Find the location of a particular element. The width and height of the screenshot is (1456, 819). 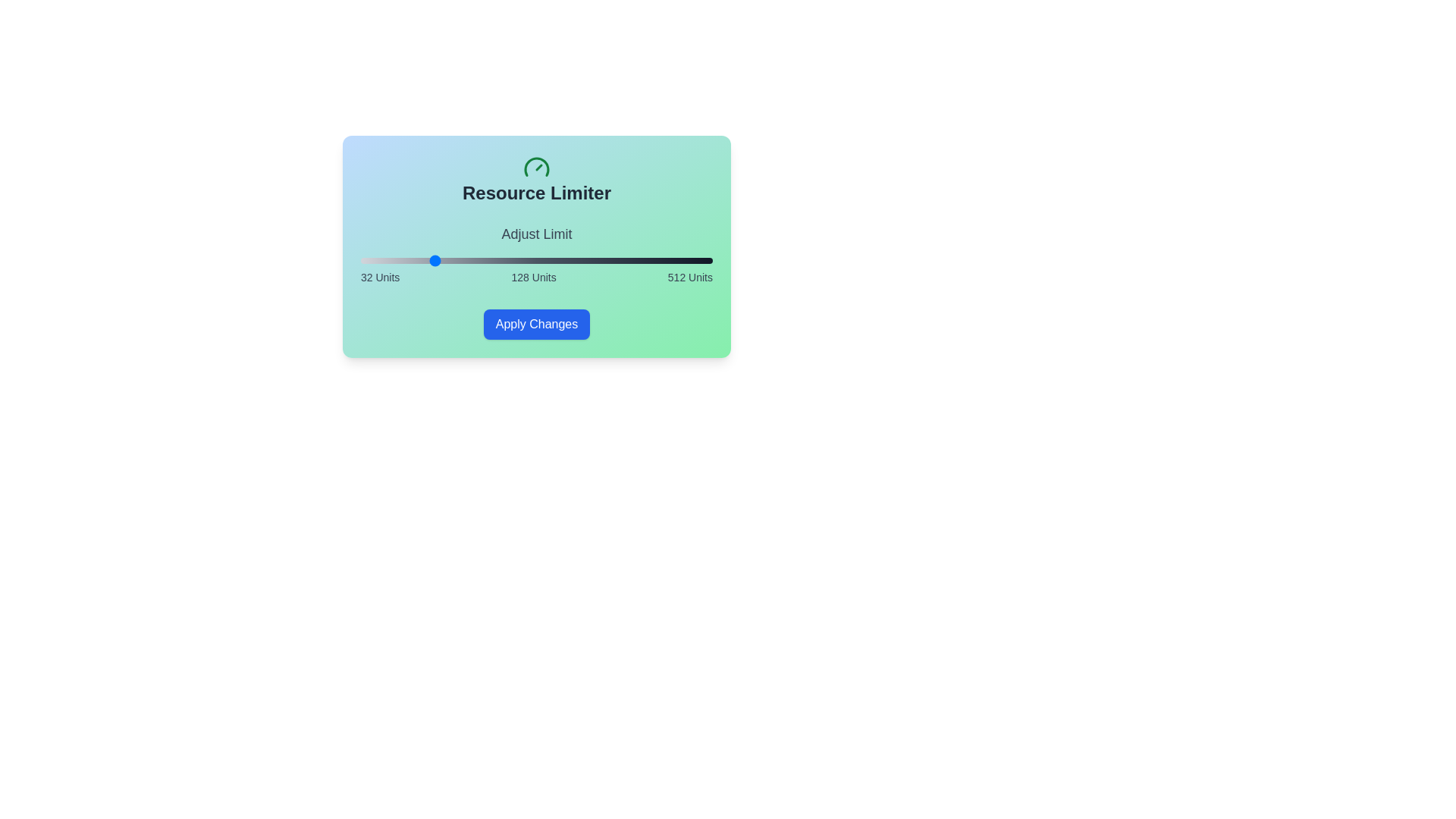

the slider to set its value to 412 is located at coordinates (639, 259).